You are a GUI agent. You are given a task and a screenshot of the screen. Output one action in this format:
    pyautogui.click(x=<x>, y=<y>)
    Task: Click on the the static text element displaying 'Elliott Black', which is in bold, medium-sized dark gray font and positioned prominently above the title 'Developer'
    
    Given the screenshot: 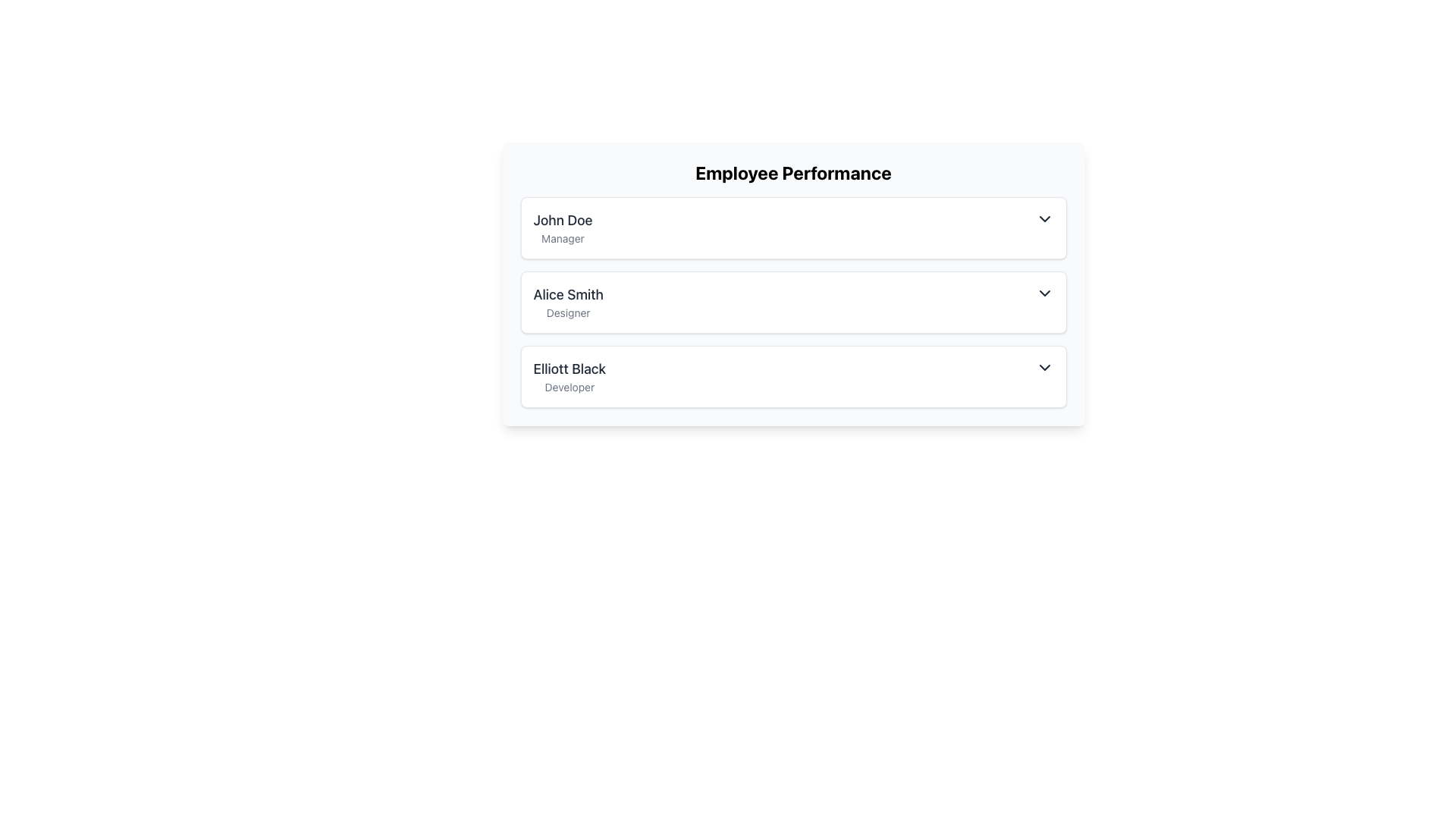 What is the action you would take?
    pyautogui.click(x=569, y=369)
    